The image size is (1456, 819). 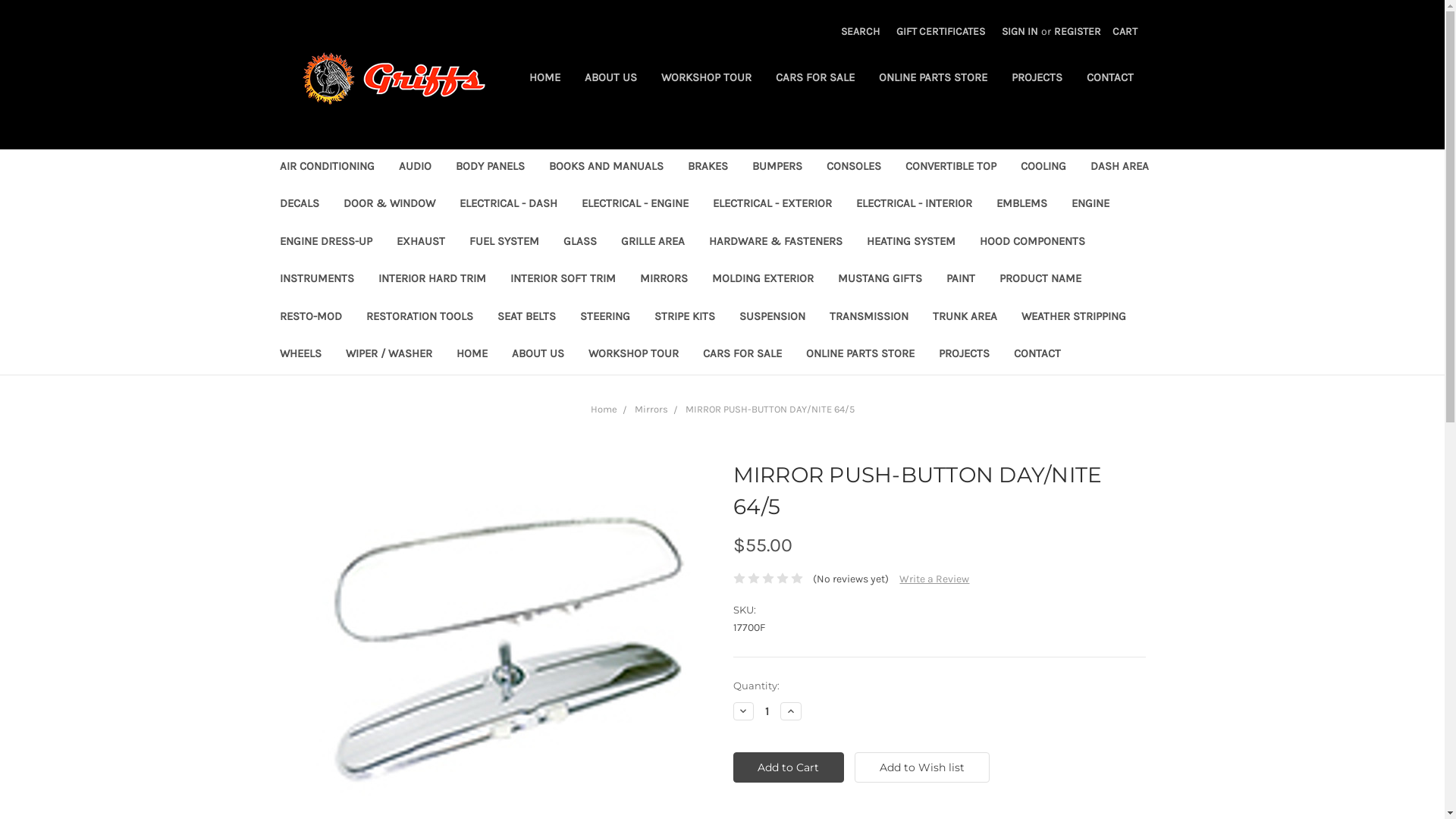 What do you see at coordinates (633, 408) in the screenshot?
I see `'Mirrors'` at bounding box center [633, 408].